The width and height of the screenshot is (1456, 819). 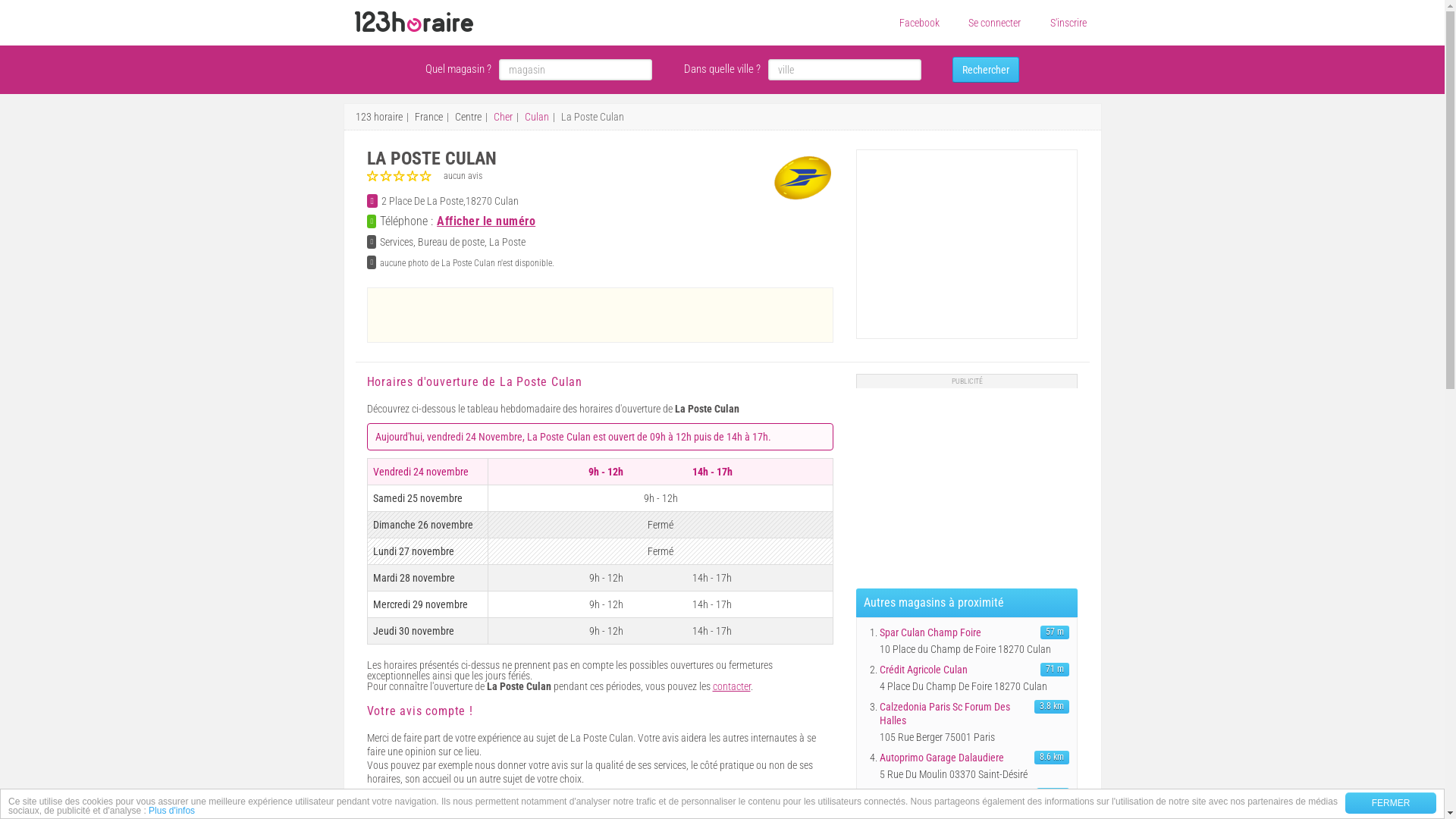 What do you see at coordinates (955, 758) in the screenshot?
I see `'Autoprimo Garage Dalaudiere'` at bounding box center [955, 758].